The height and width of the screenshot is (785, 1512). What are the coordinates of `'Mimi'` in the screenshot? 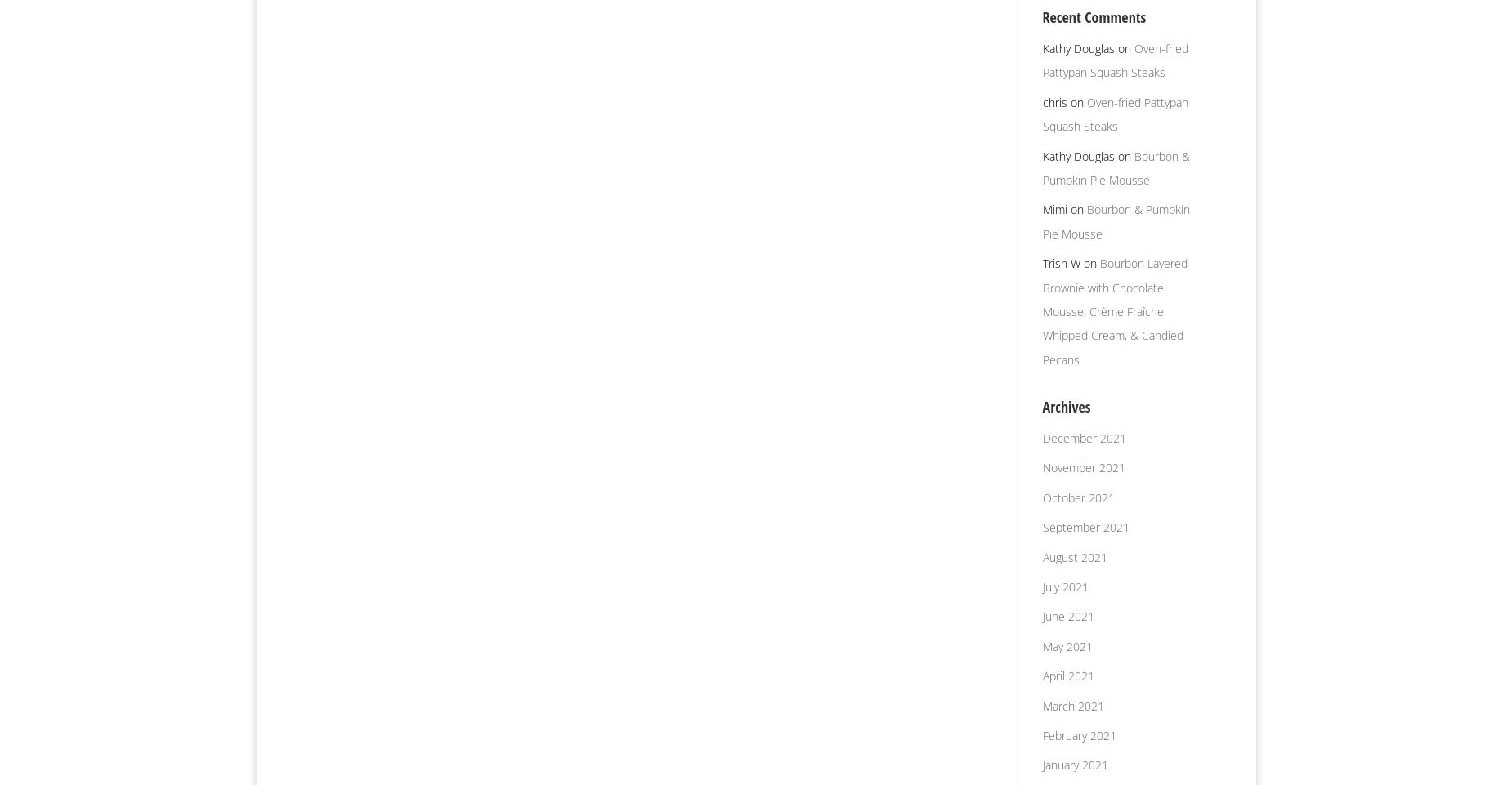 It's located at (1053, 208).